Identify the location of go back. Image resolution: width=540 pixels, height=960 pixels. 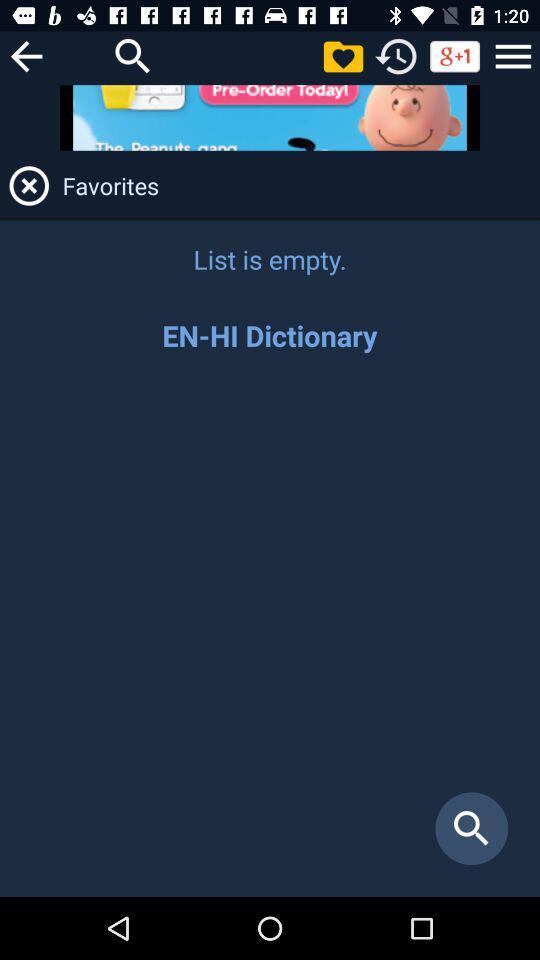
(25, 55).